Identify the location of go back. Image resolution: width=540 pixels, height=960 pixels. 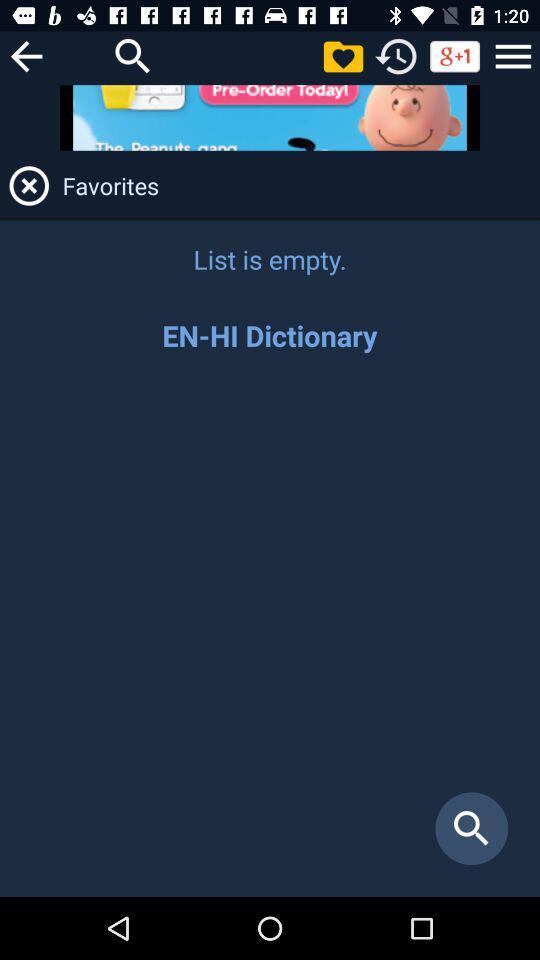
(25, 55).